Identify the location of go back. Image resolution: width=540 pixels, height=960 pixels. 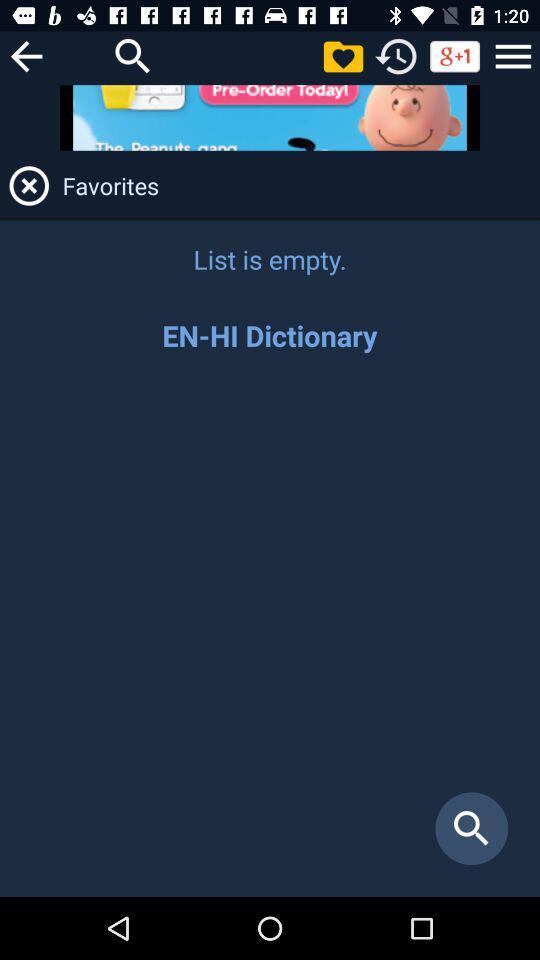
(25, 55).